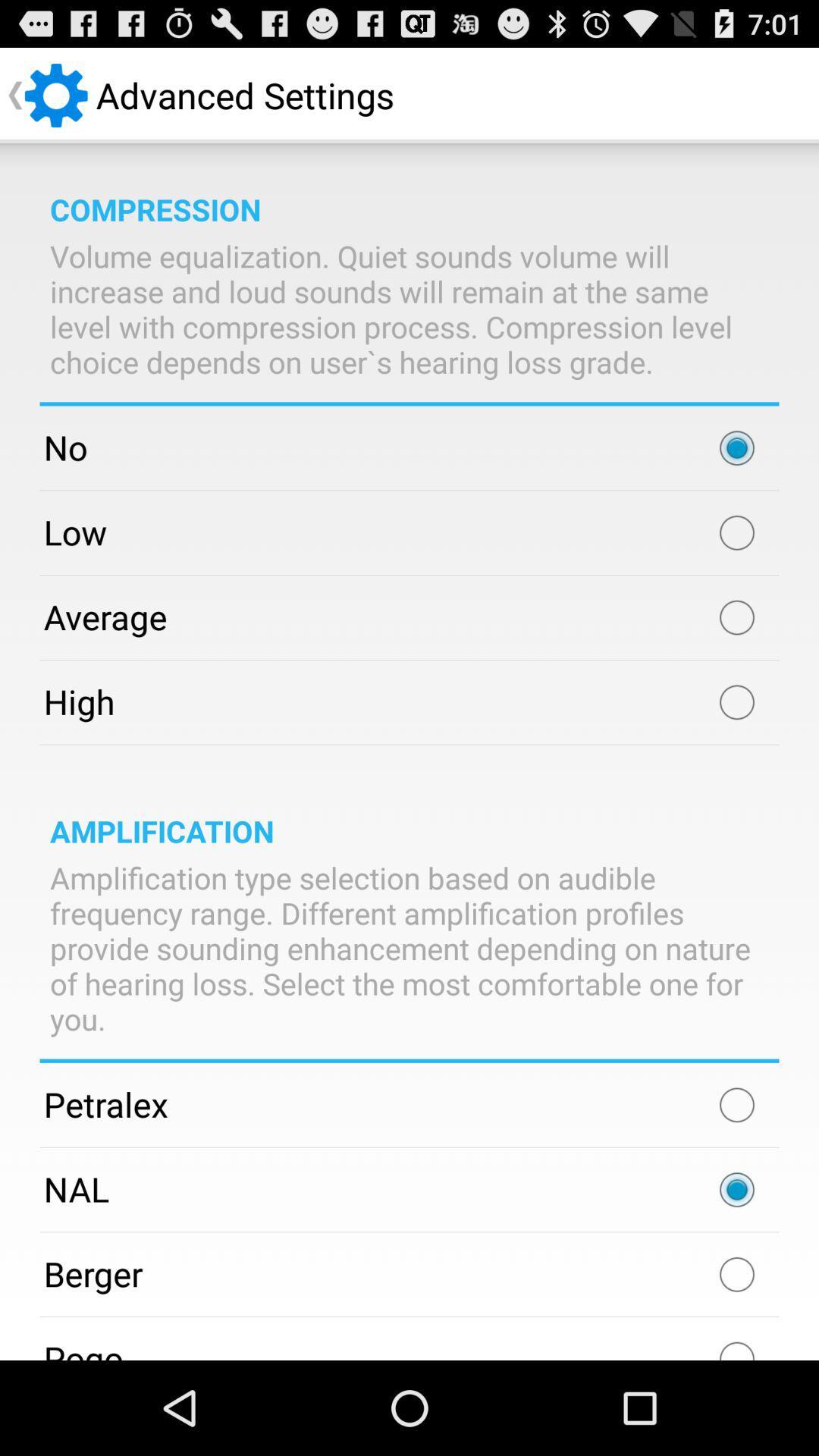  Describe the element at coordinates (736, 1274) in the screenshot. I see `item next to berger` at that location.